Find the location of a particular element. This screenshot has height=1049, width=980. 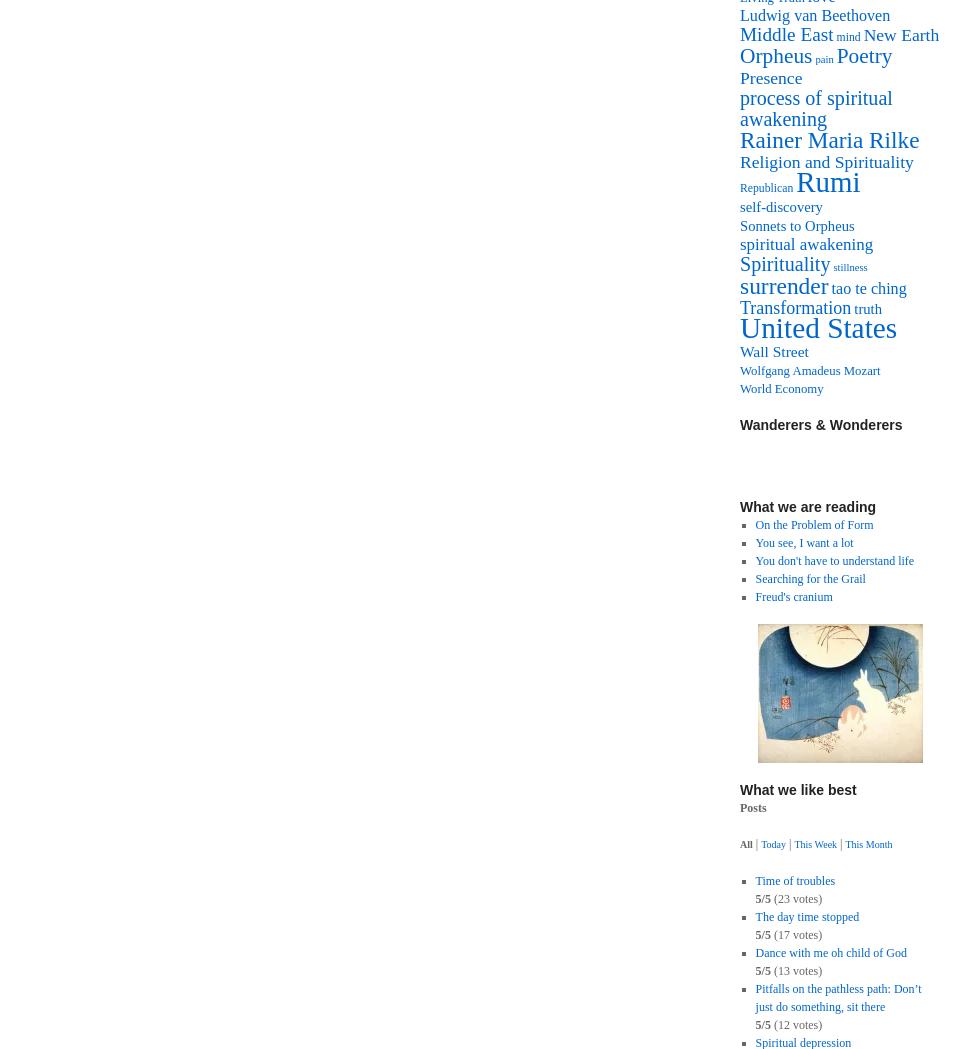

'Wolfgang Amadeus Mozart' is located at coordinates (739, 371).